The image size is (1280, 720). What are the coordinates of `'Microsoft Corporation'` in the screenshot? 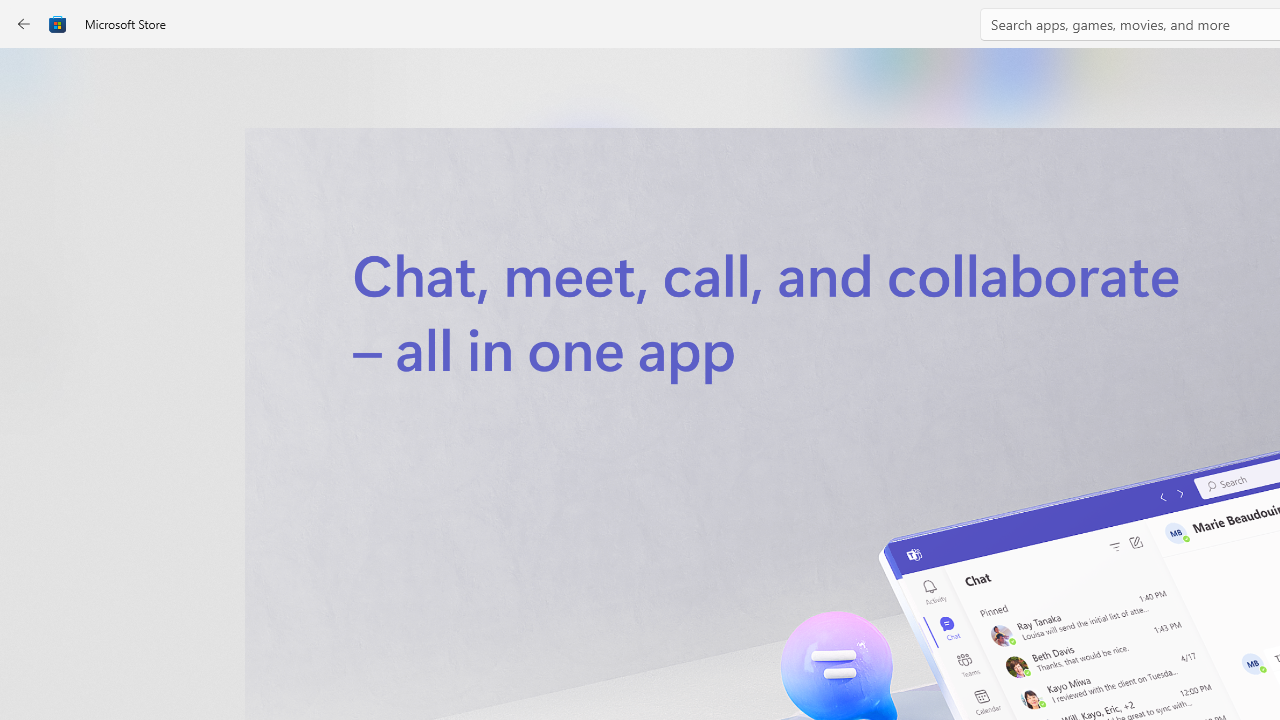 It's located at (673, 332).